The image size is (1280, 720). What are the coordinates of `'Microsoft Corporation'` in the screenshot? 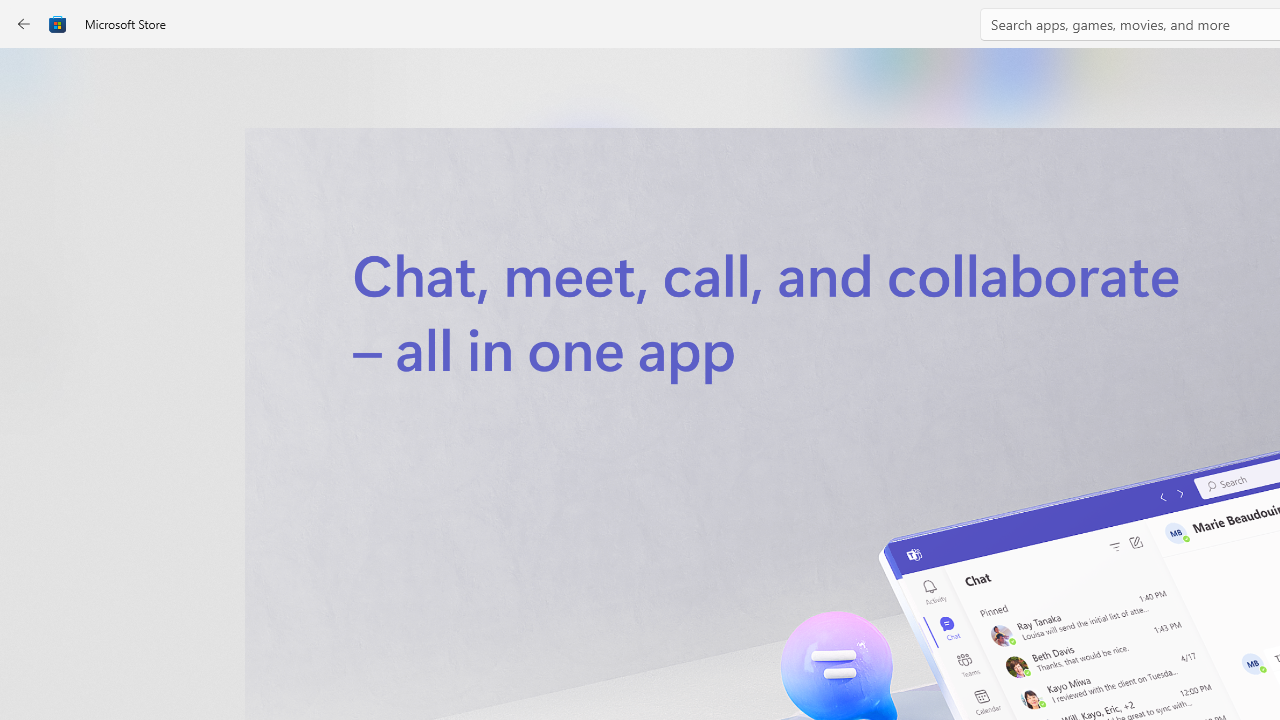 It's located at (673, 332).